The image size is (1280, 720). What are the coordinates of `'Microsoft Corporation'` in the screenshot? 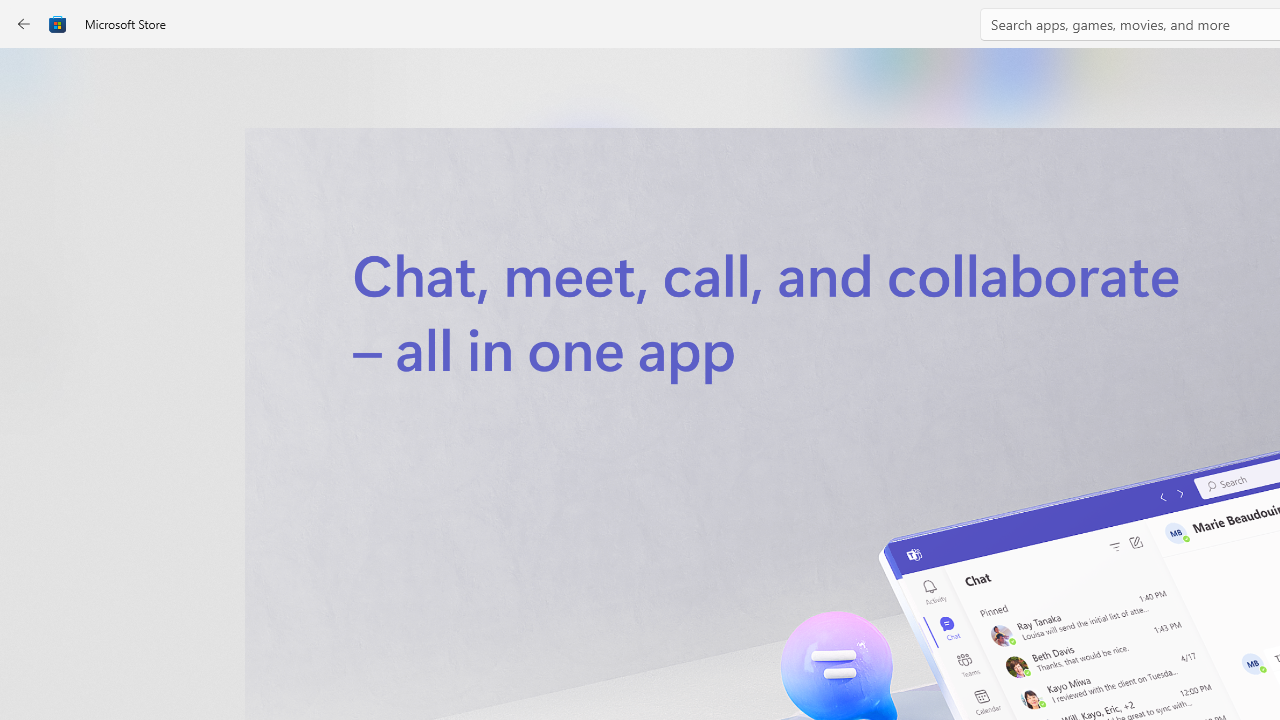 It's located at (673, 332).